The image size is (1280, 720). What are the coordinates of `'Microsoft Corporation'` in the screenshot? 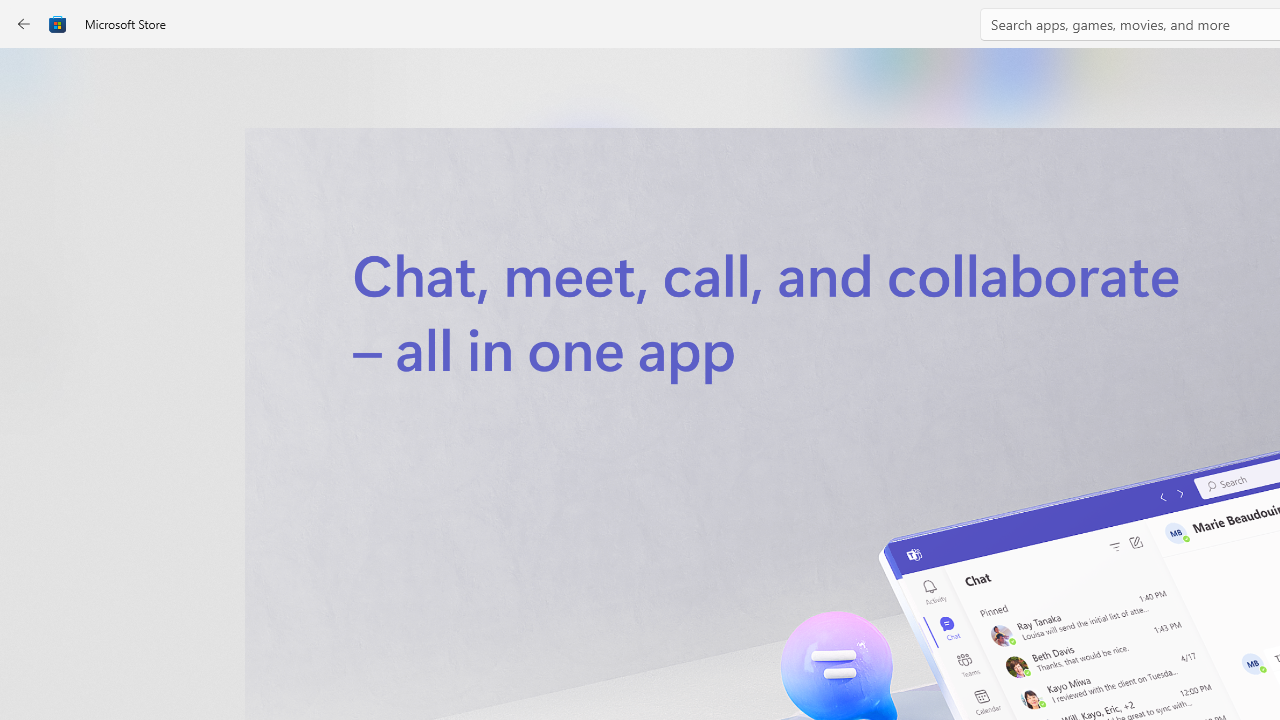 It's located at (673, 332).